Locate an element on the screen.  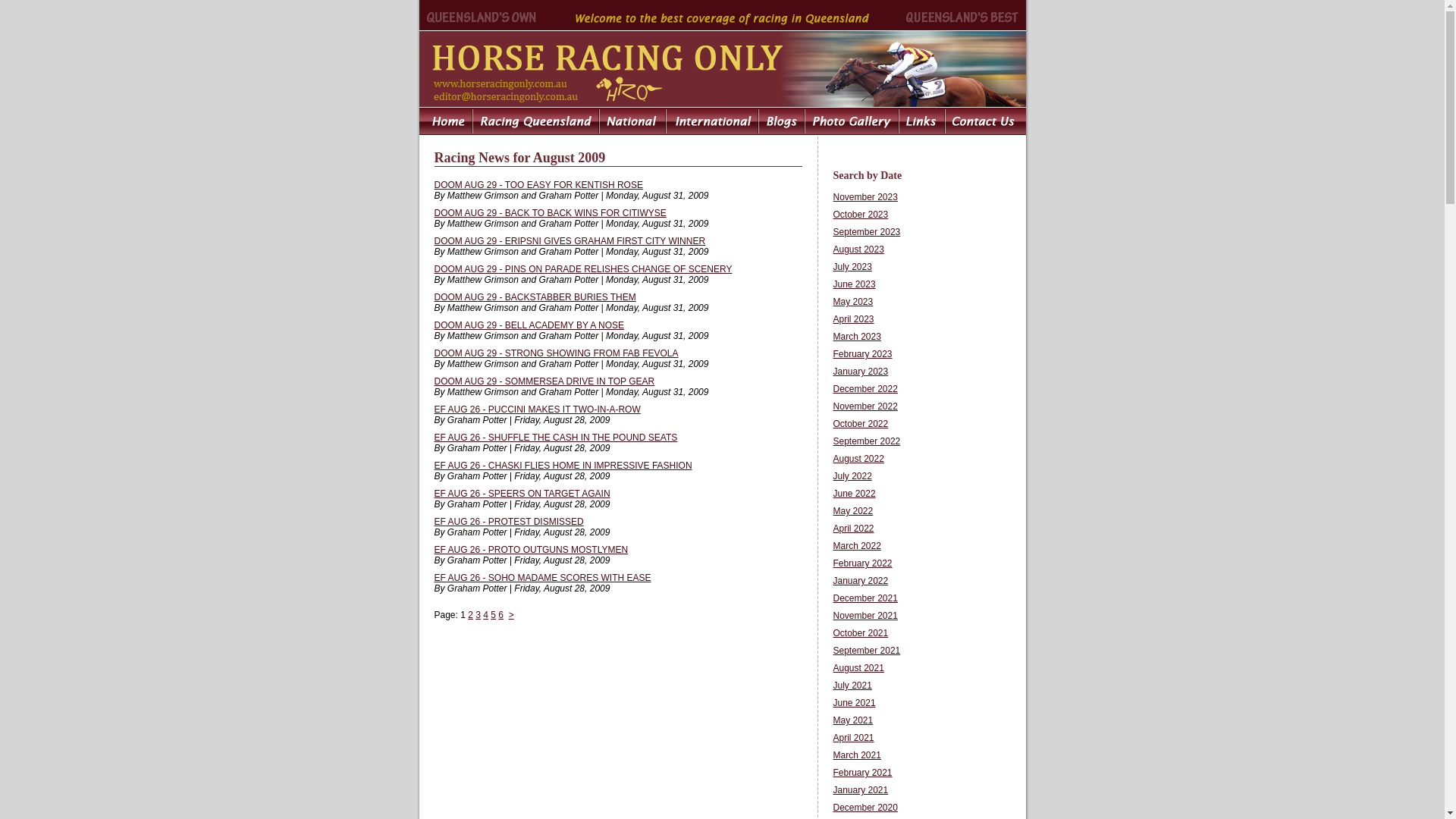
'February 2021' is located at coordinates (862, 772).